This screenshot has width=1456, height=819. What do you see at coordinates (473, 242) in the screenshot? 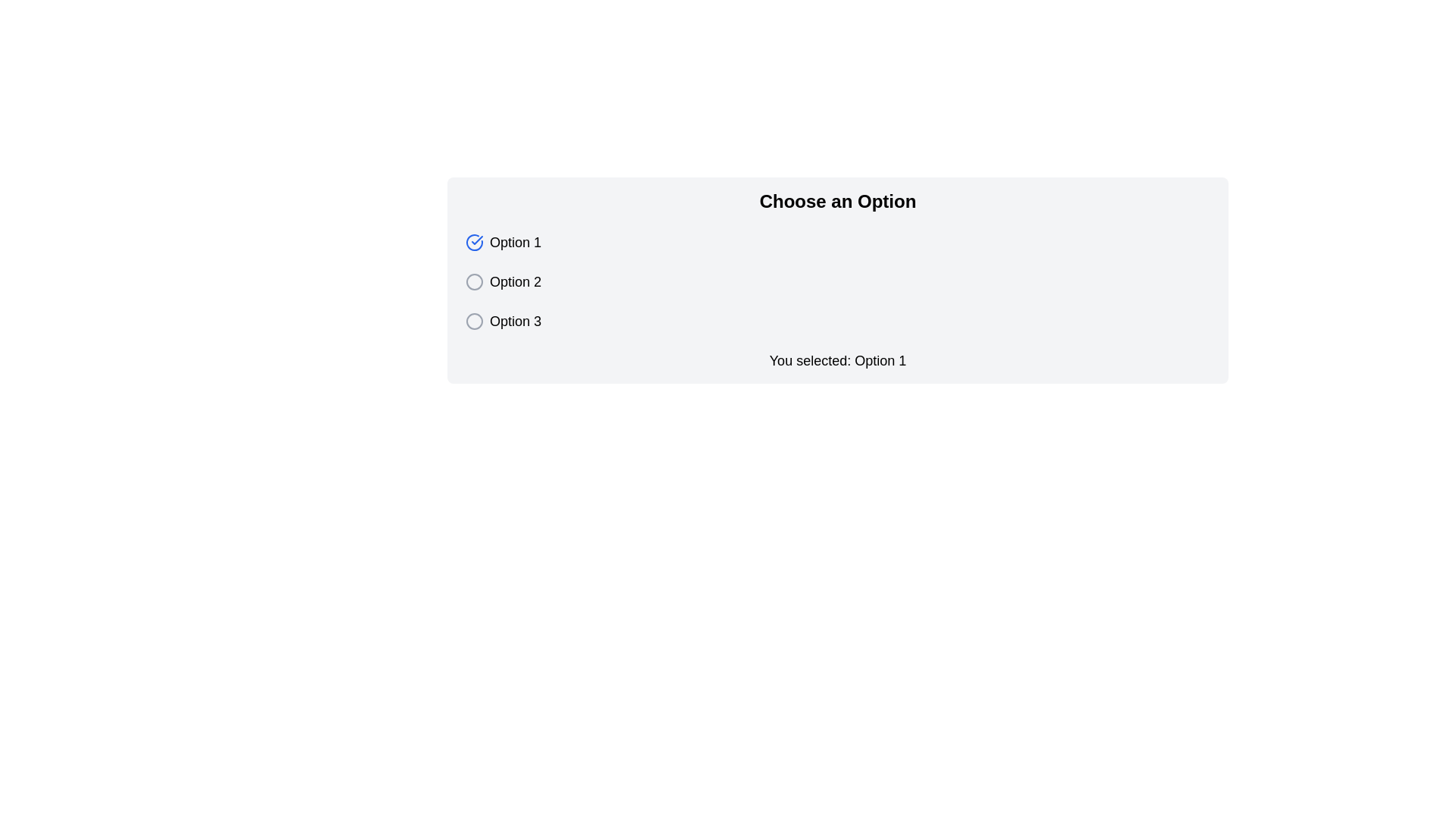
I see `the checkmark icon indicating that 'Option 1' is selected by moving the cursor to its center point` at bounding box center [473, 242].